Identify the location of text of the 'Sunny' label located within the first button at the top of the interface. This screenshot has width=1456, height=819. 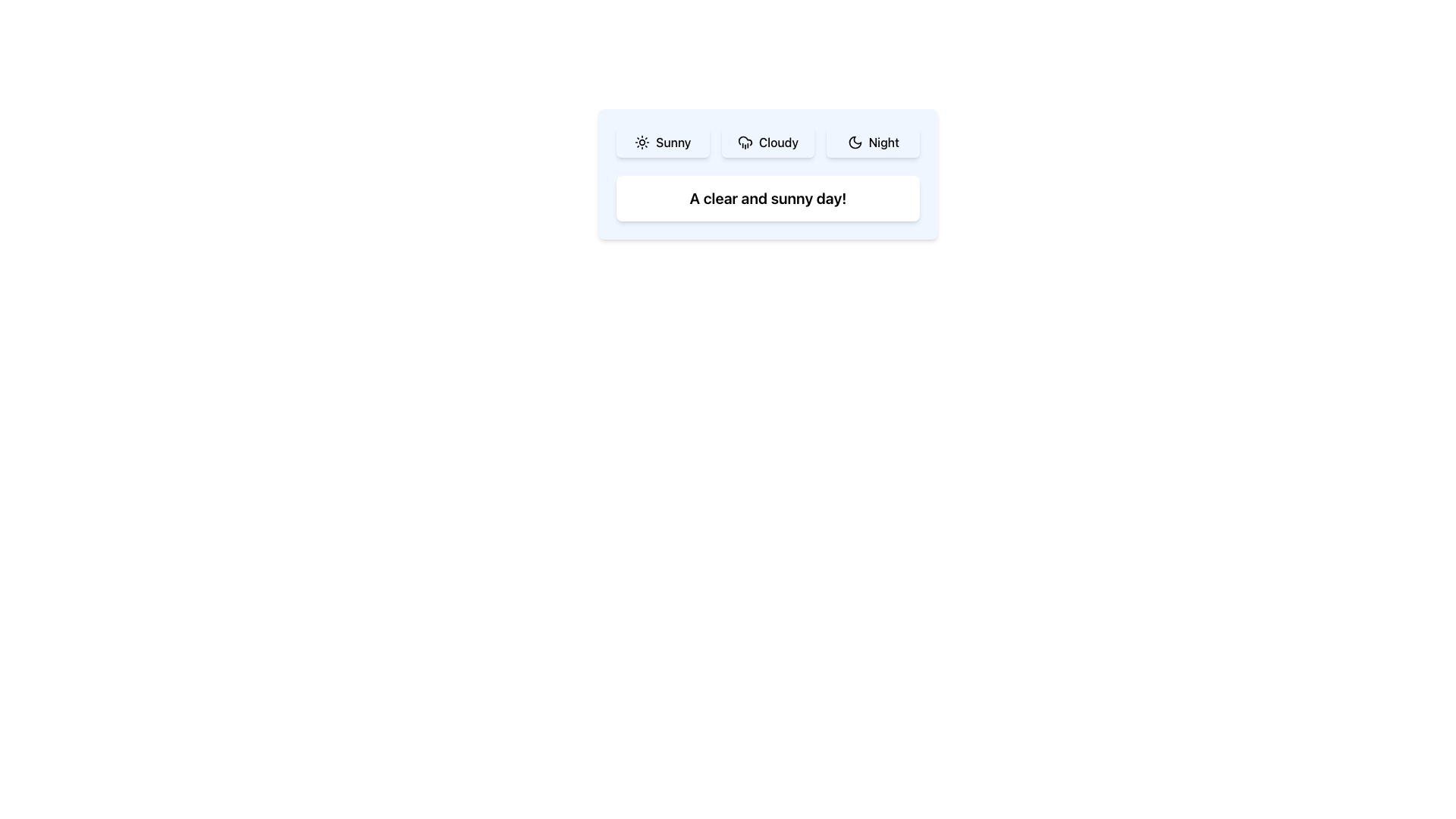
(673, 143).